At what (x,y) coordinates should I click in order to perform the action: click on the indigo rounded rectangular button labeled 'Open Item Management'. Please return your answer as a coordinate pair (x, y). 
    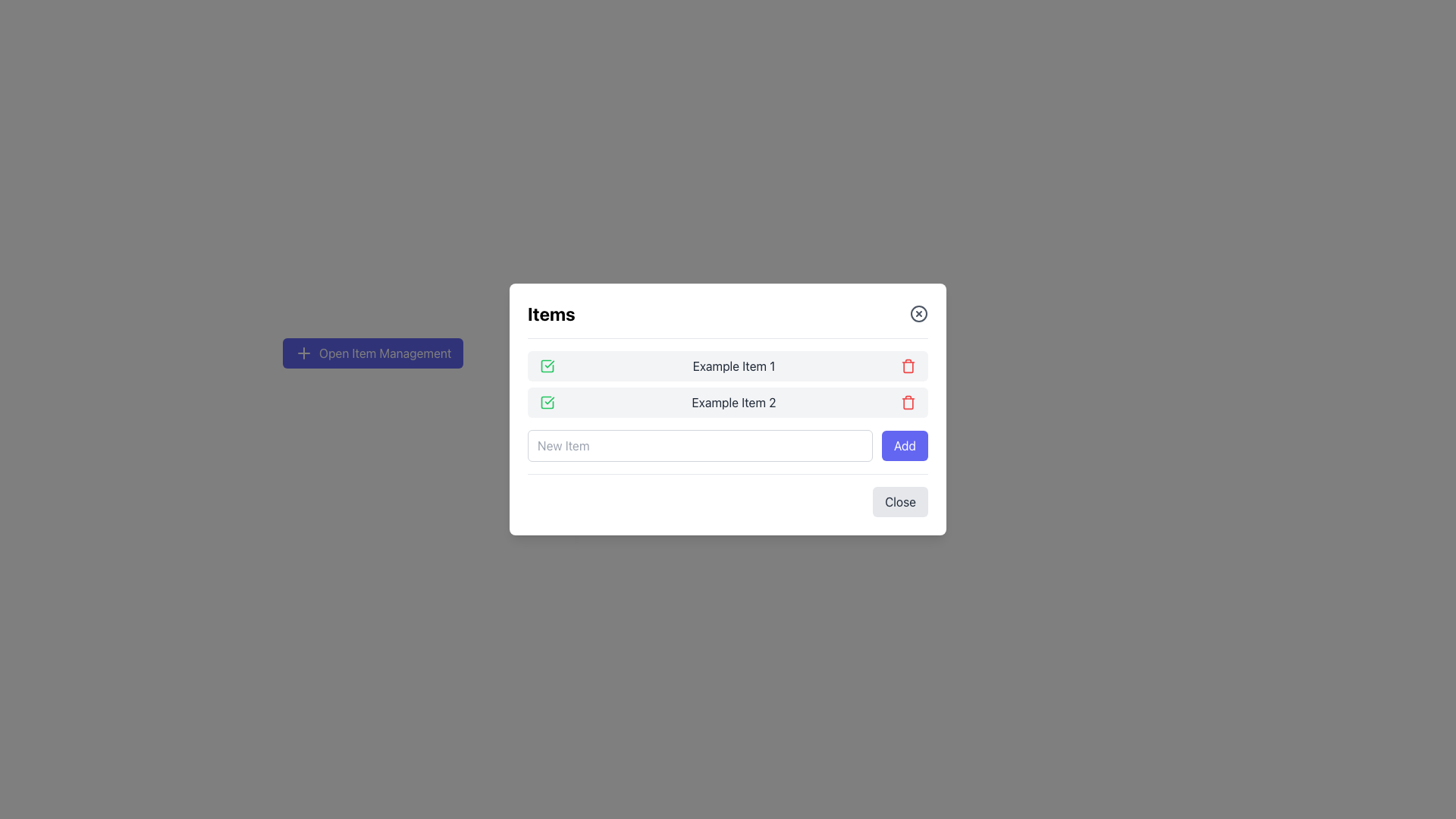
    Looking at the image, I should click on (373, 353).